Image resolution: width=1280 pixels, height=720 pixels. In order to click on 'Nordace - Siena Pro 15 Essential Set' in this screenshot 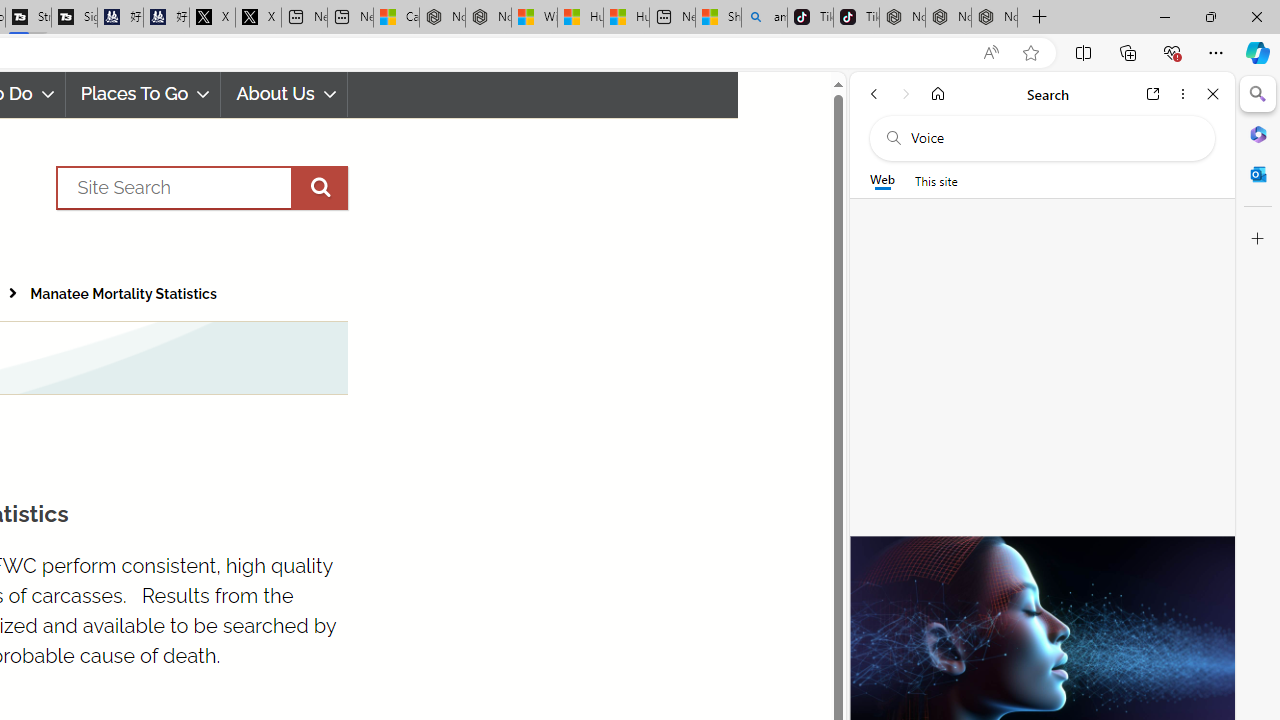, I will do `click(994, 17)`.